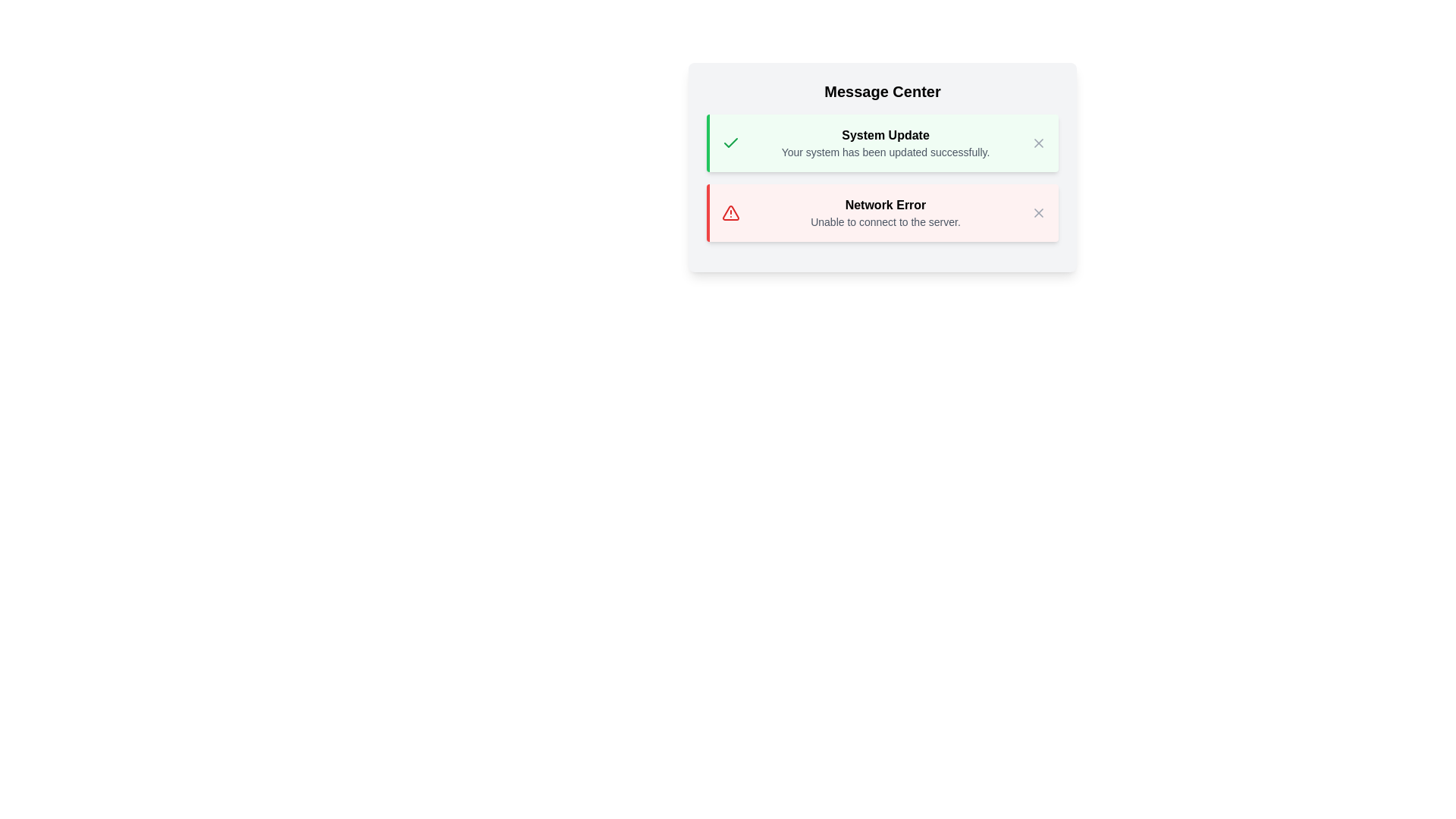  Describe the element at coordinates (731, 143) in the screenshot. I see `the small, green checkmark icon located in the top-left corner of the green notification box, which signifies a positive outcome or success` at that location.